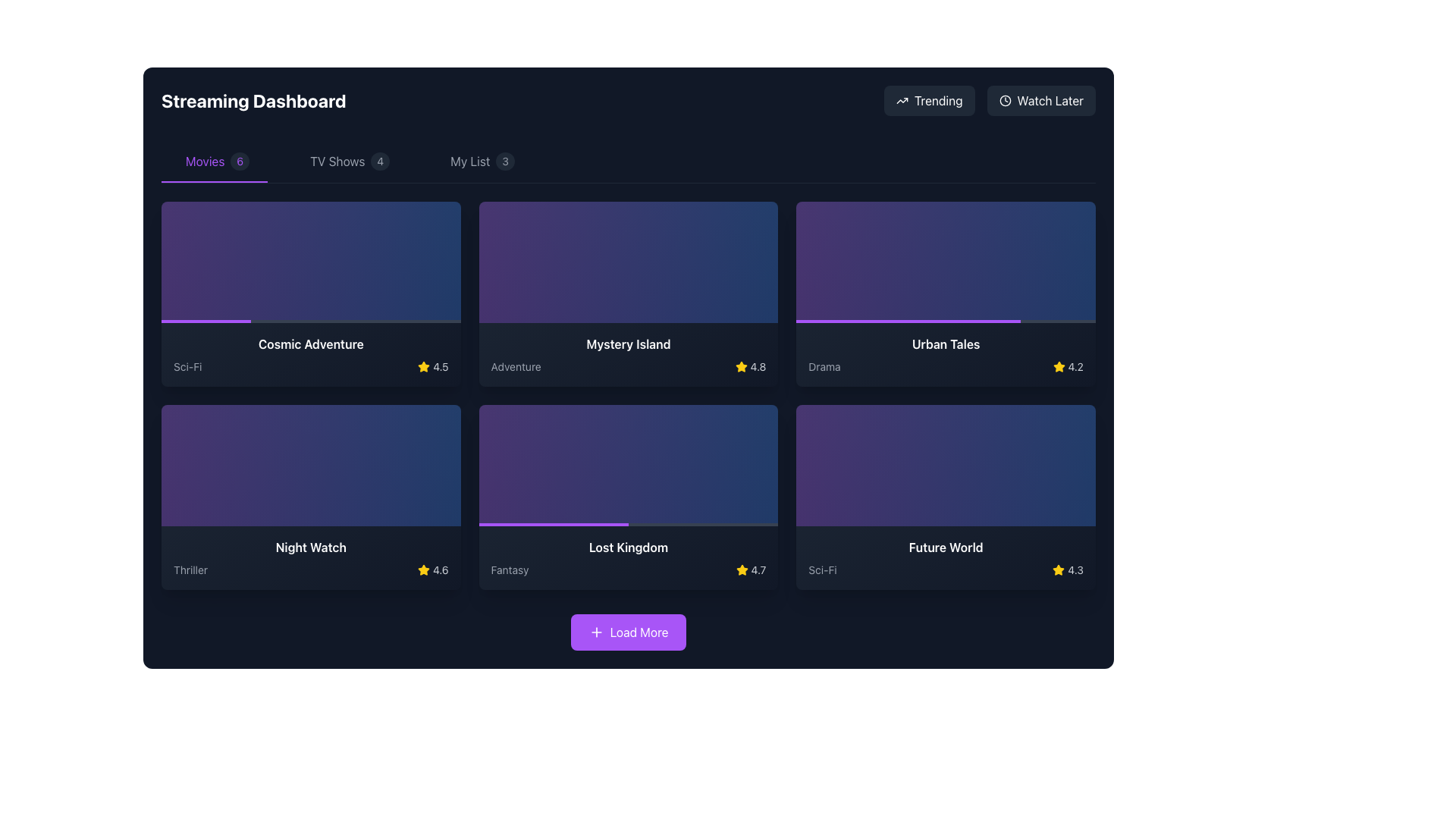 The image size is (1456, 819). Describe the element at coordinates (505, 161) in the screenshot. I see `the displayed number on the badge next to the 'My List' text, which serves as a numerical indicator for items associated with that section` at that location.